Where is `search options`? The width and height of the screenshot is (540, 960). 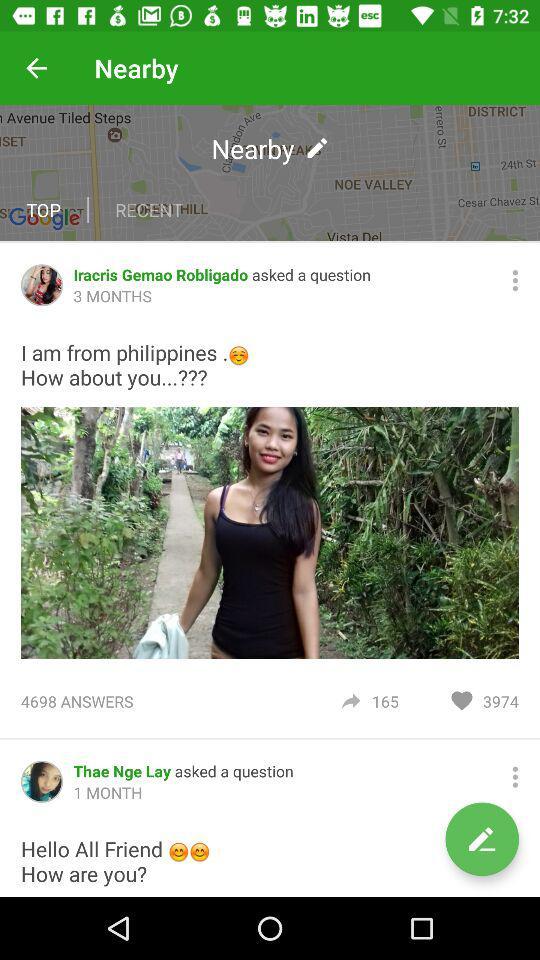
search options is located at coordinates (515, 279).